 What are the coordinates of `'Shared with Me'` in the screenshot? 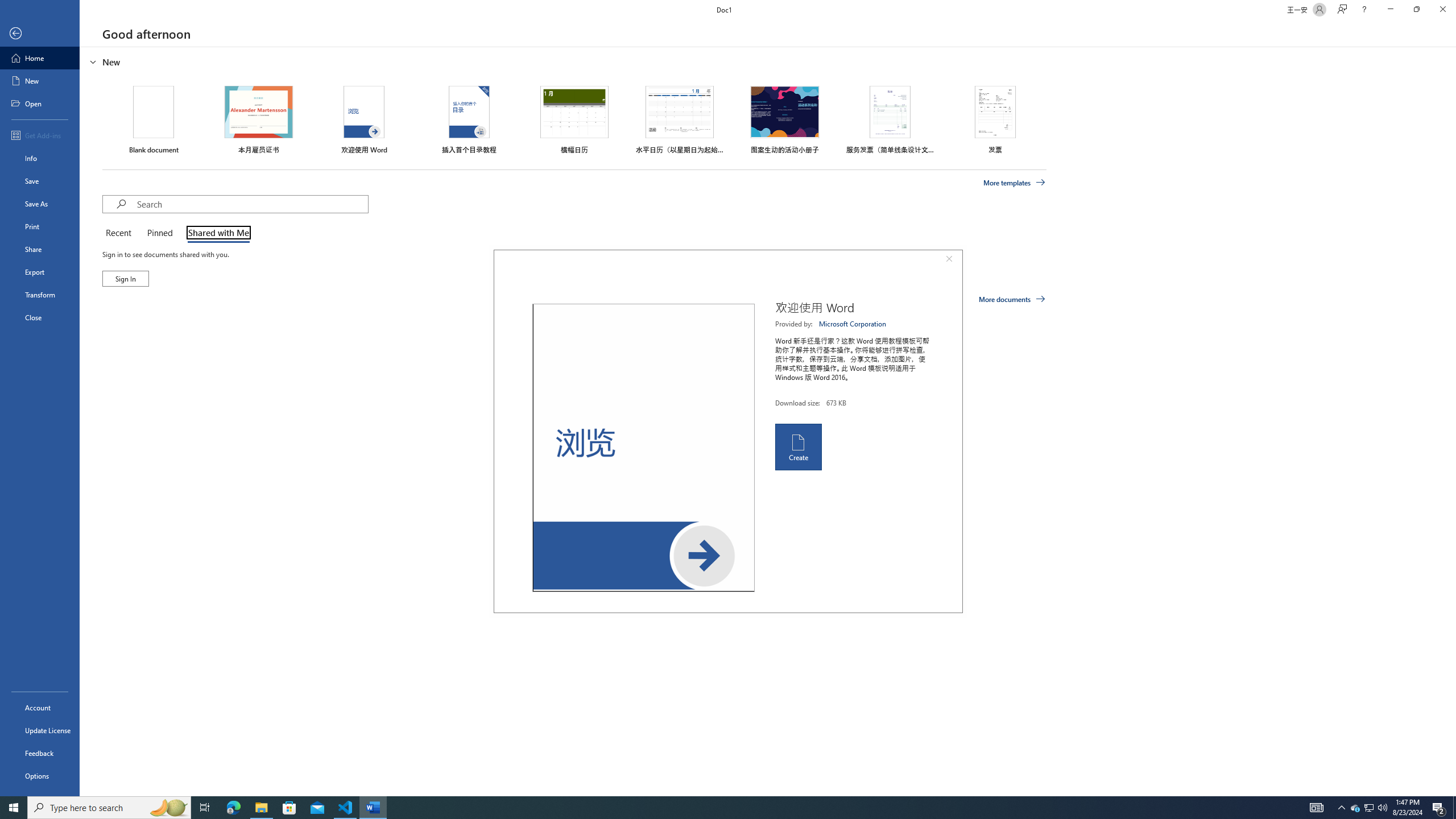 It's located at (216, 233).